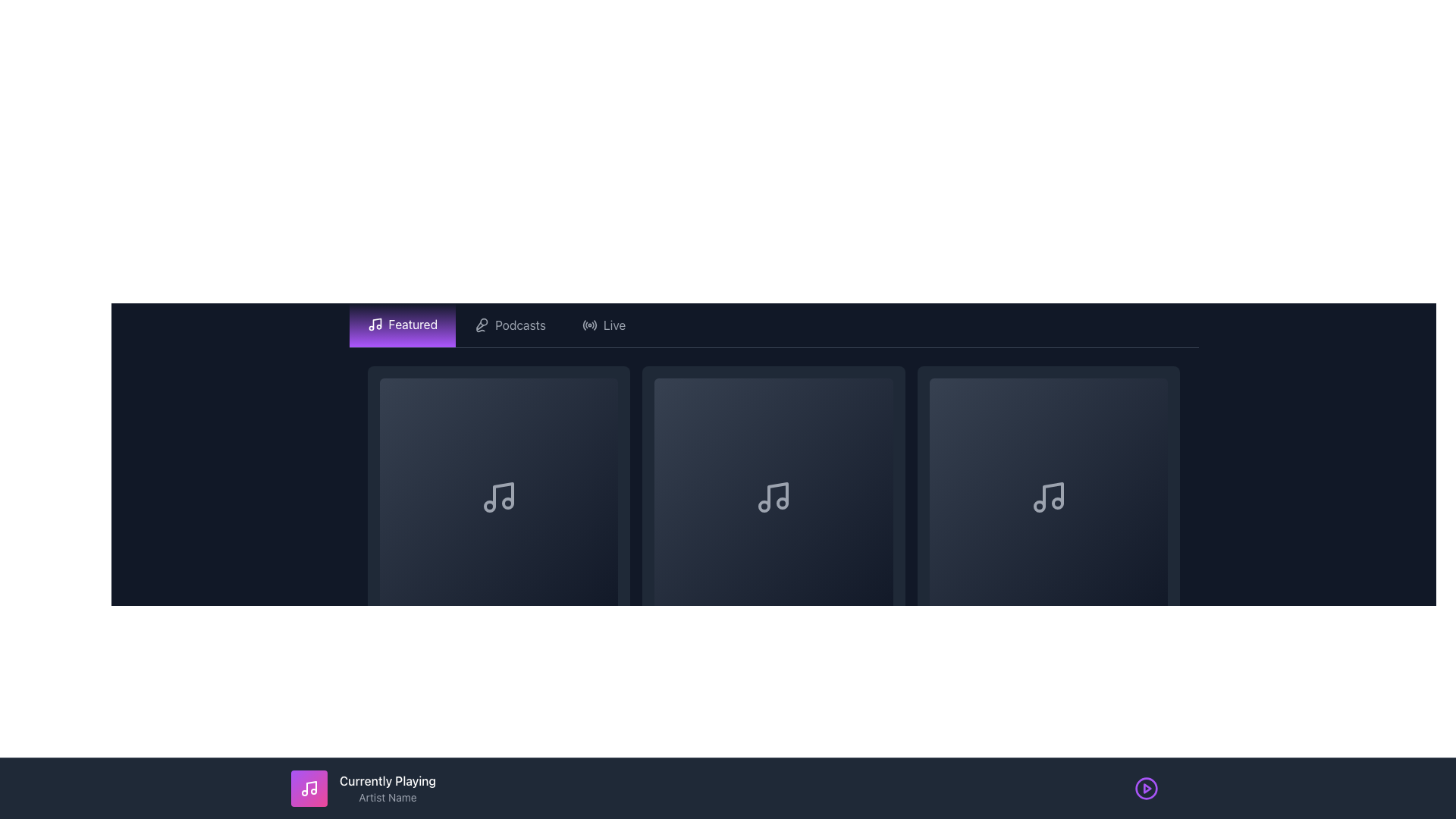 The height and width of the screenshot is (819, 1456). What do you see at coordinates (510, 324) in the screenshot?
I see `the 'Podcasts' navigation tab, which is the second tab in the horizontal navigation bar` at bounding box center [510, 324].